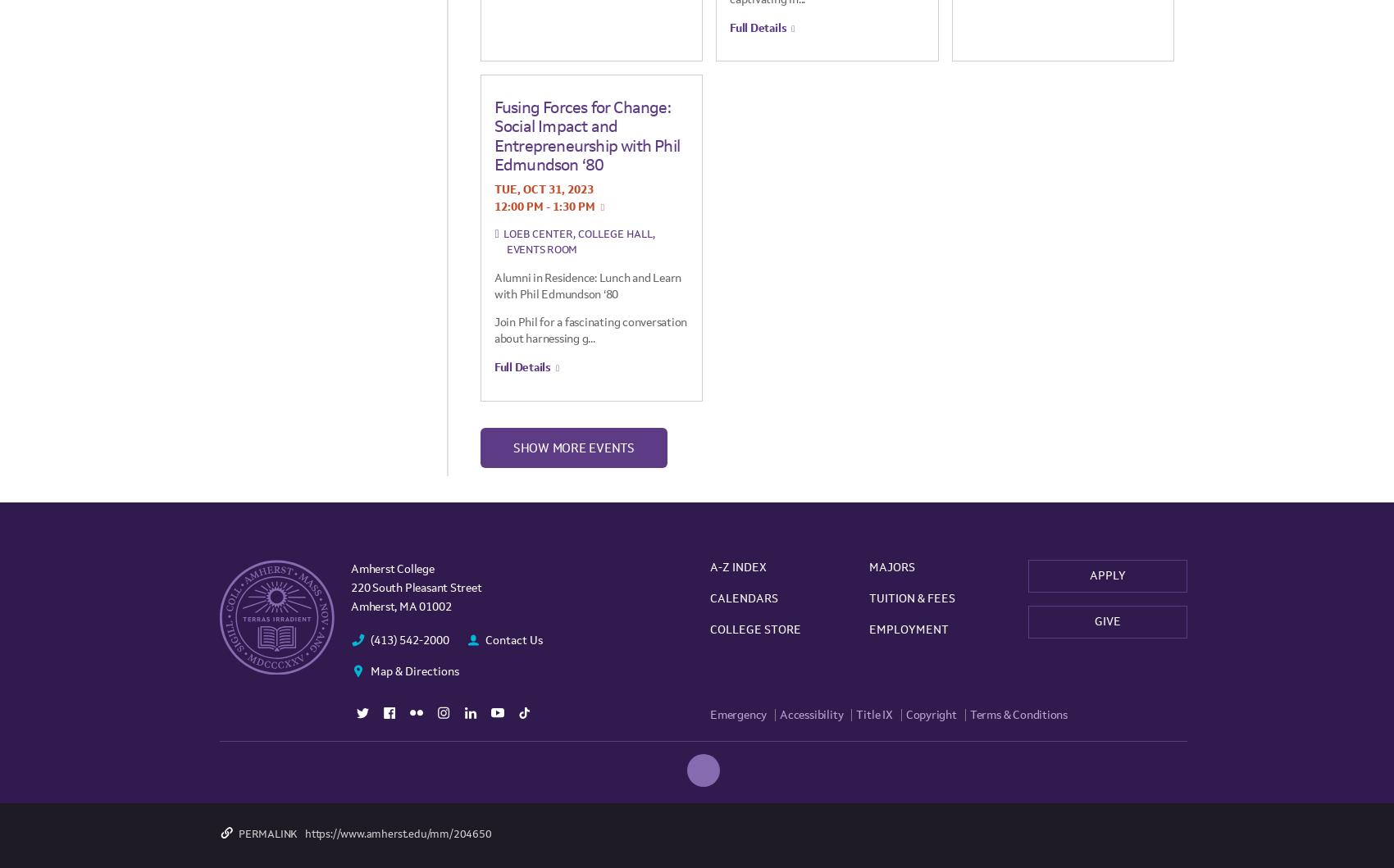 This screenshot has width=1394, height=868. I want to click on 'Terms & Conditions', so click(1018, 714).